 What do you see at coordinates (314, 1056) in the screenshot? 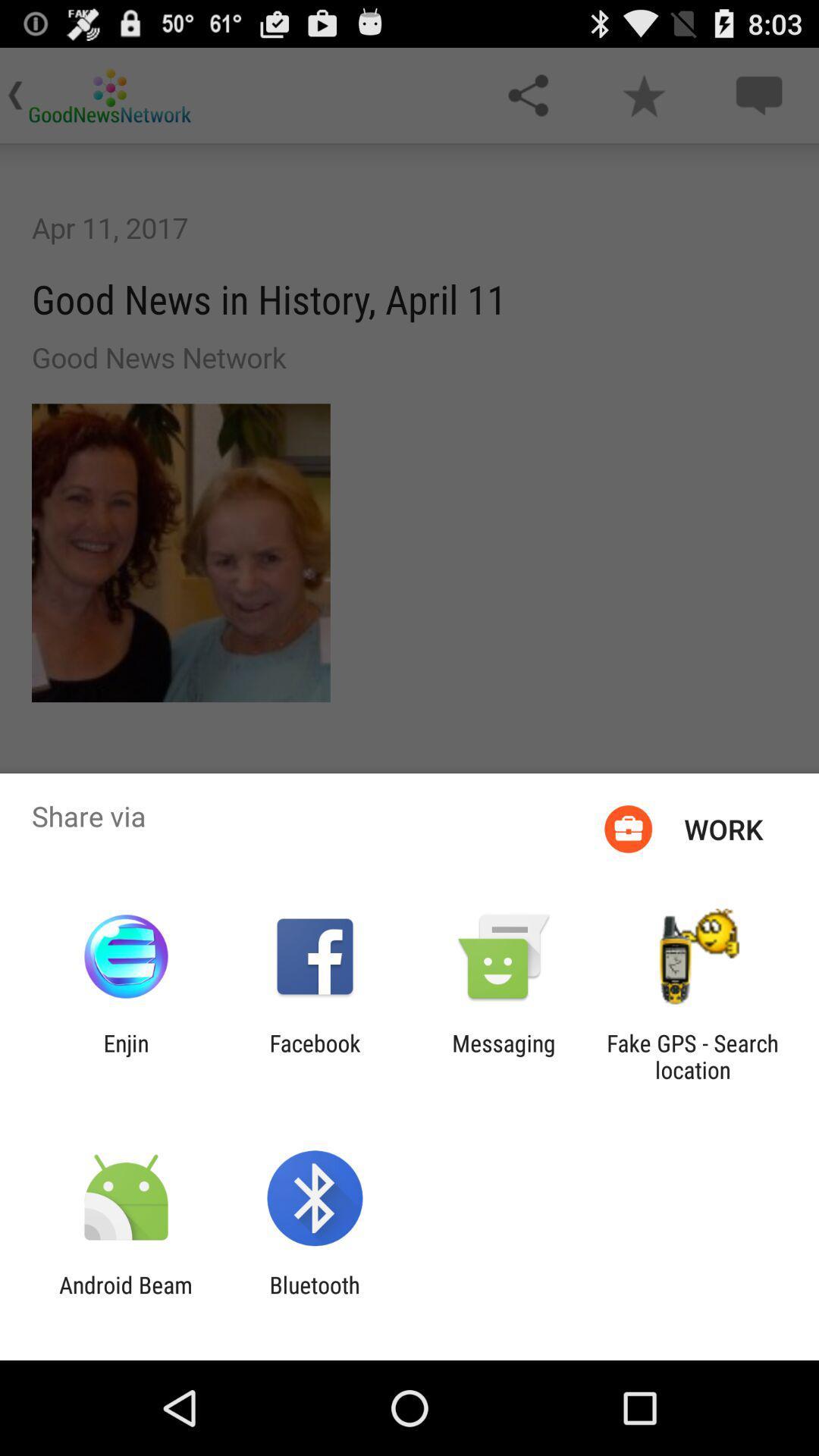
I see `the facebook item` at bounding box center [314, 1056].